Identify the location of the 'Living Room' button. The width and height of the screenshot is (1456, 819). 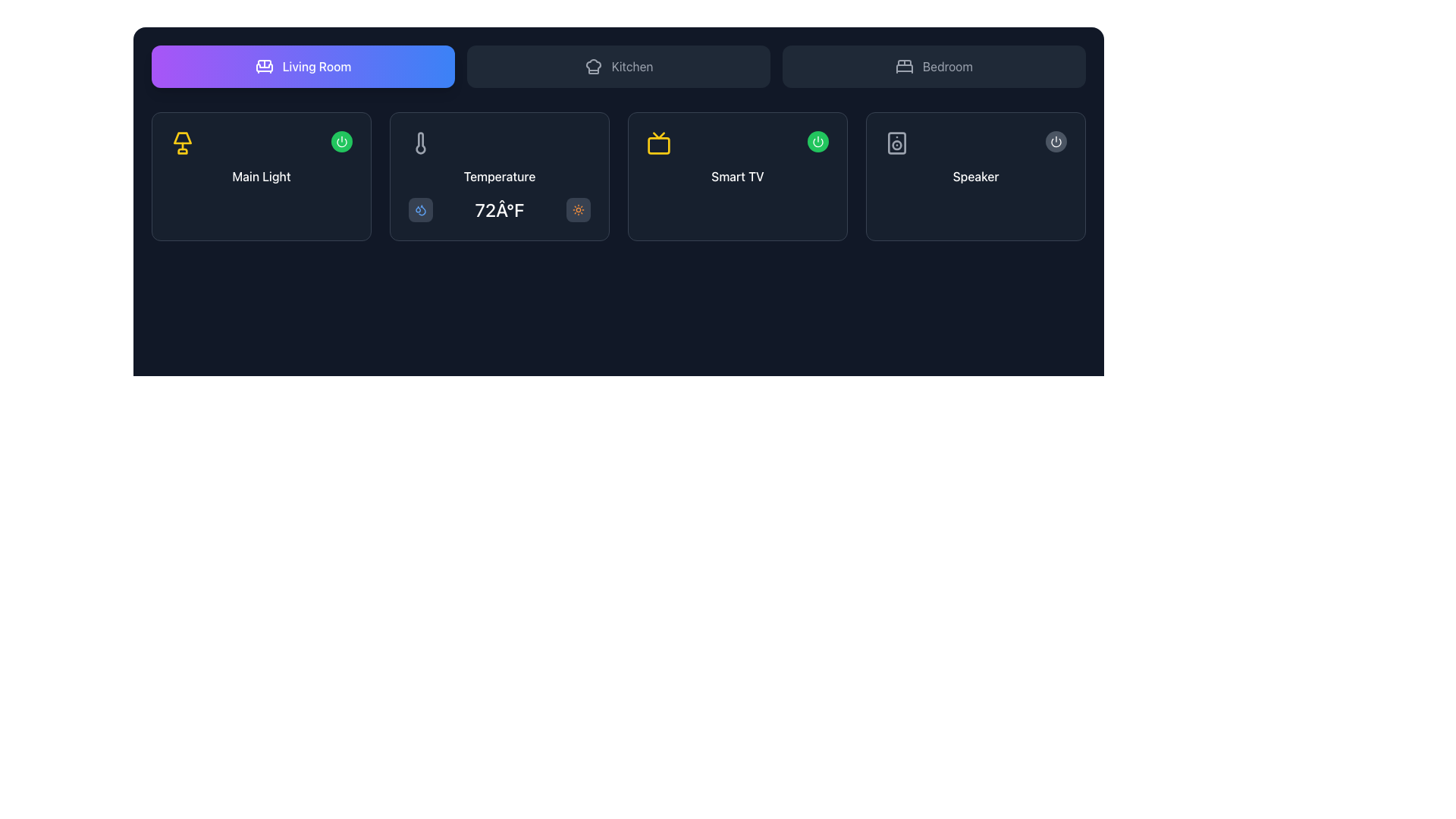
(303, 66).